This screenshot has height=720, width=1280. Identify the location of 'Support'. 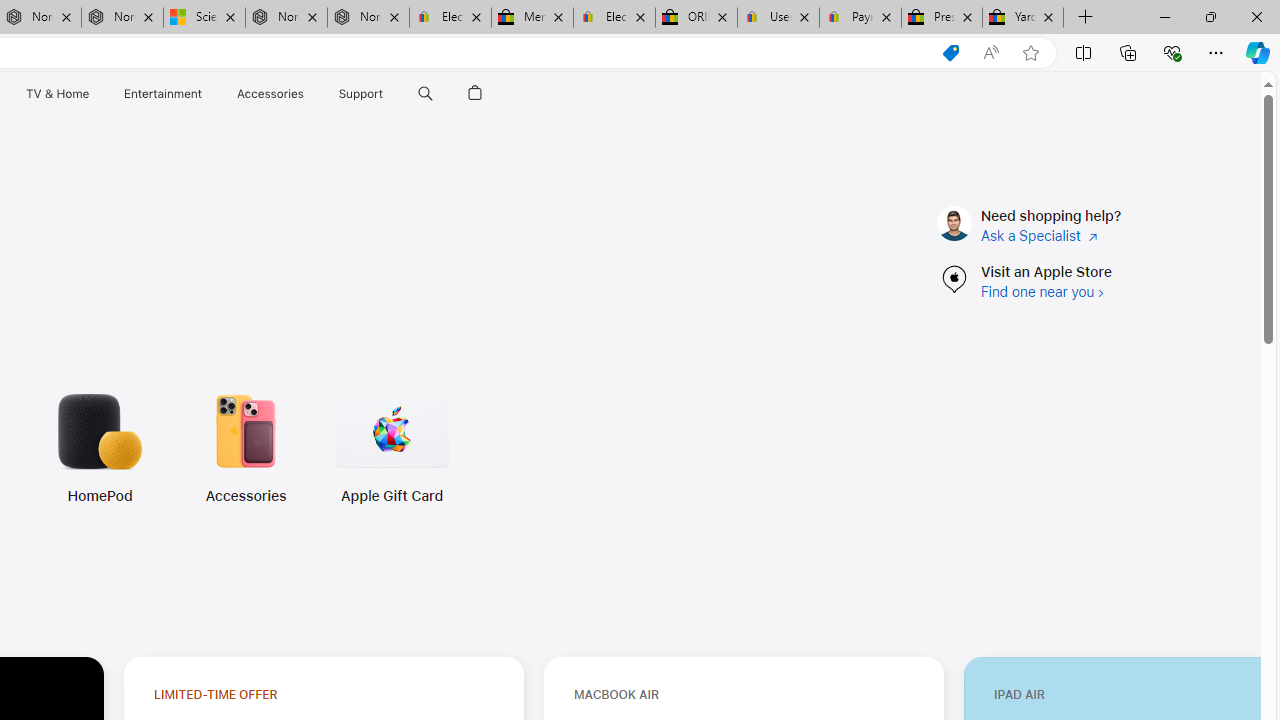
(361, 93).